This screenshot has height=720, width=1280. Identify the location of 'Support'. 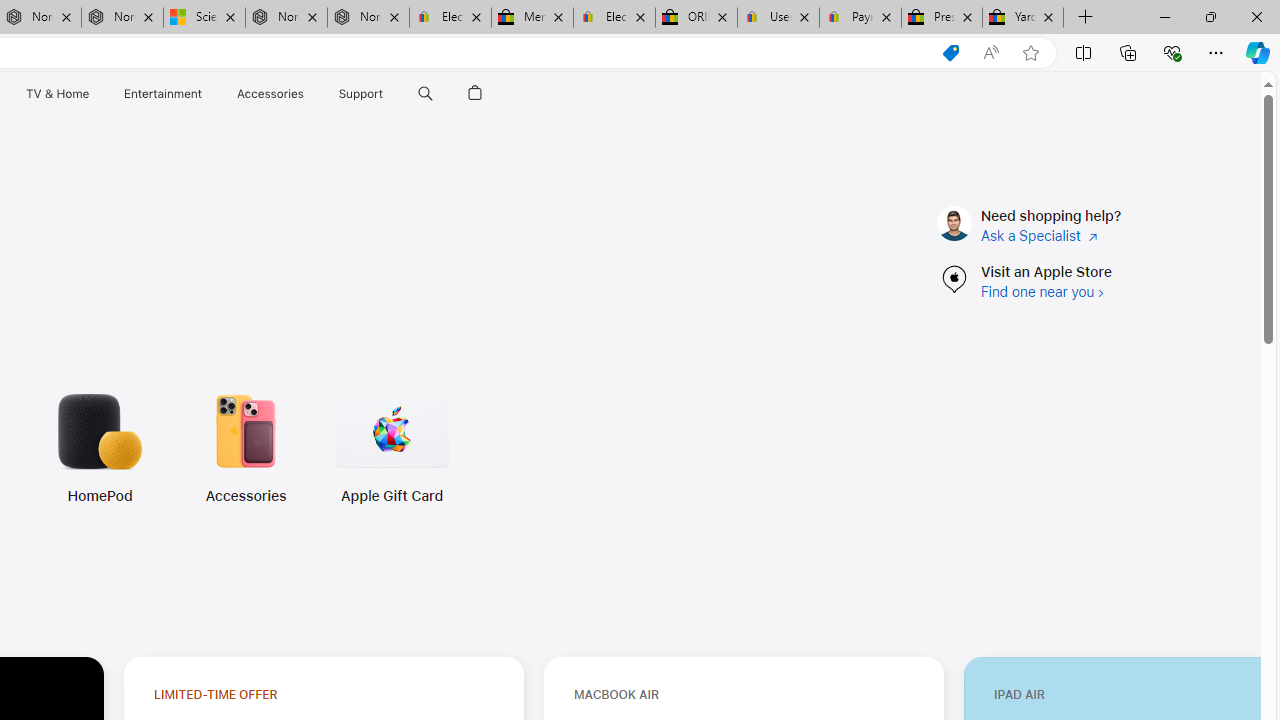
(361, 93).